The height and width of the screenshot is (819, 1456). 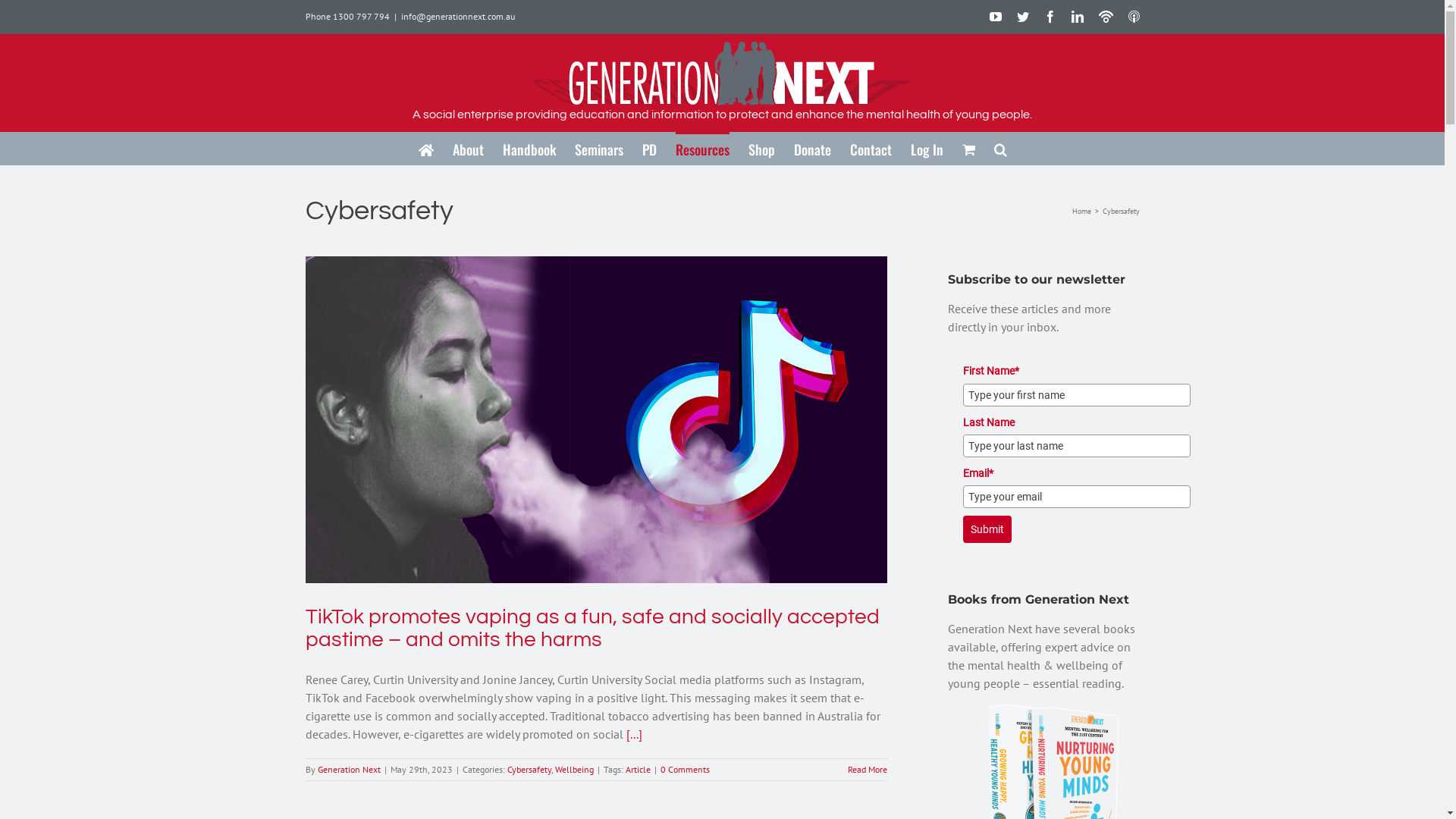 What do you see at coordinates (1000, 148) in the screenshot?
I see `'Search'` at bounding box center [1000, 148].